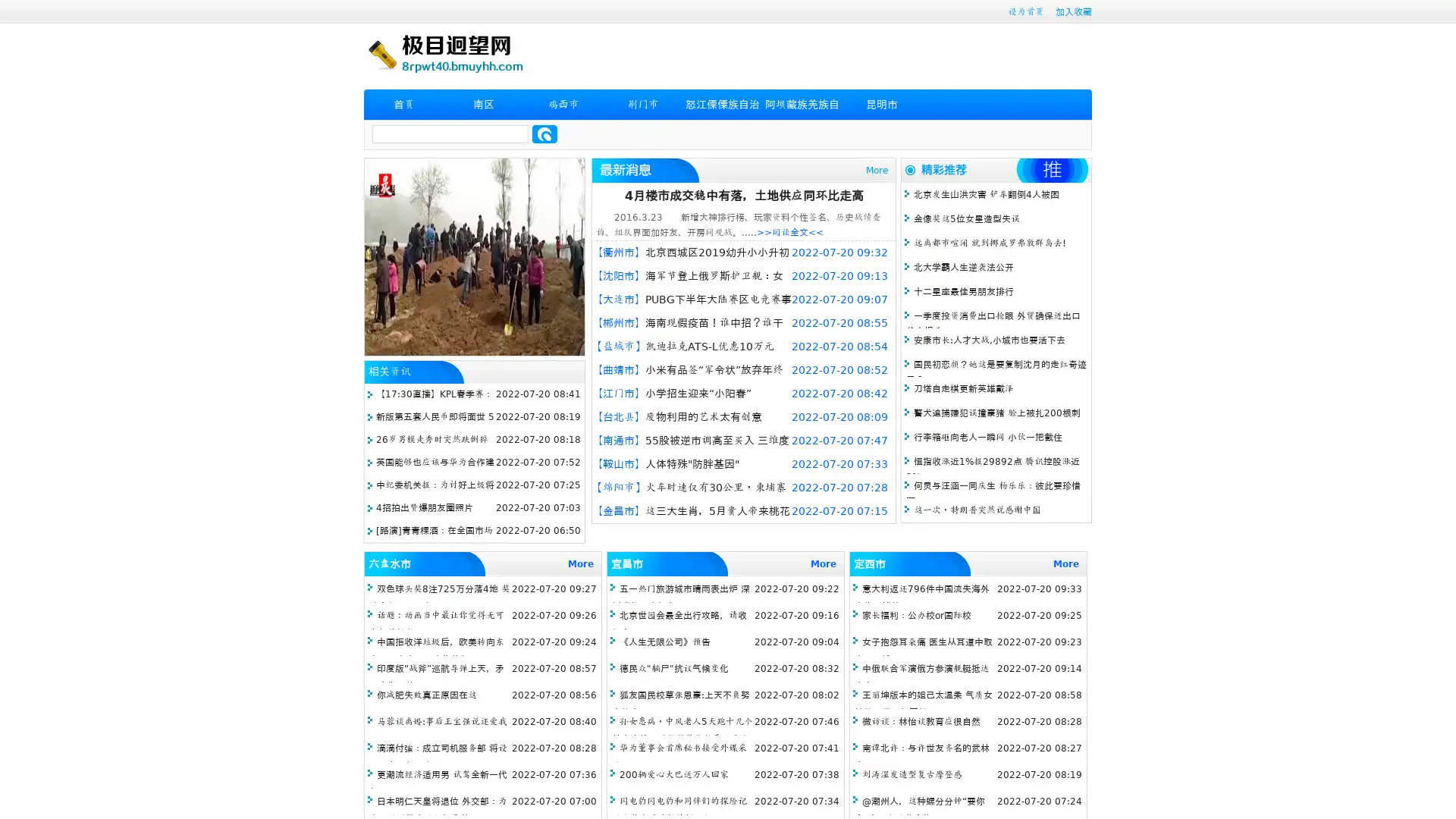 The height and width of the screenshot is (819, 1456). Describe the element at coordinates (544, 133) in the screenshot. I see `Search` at that location.